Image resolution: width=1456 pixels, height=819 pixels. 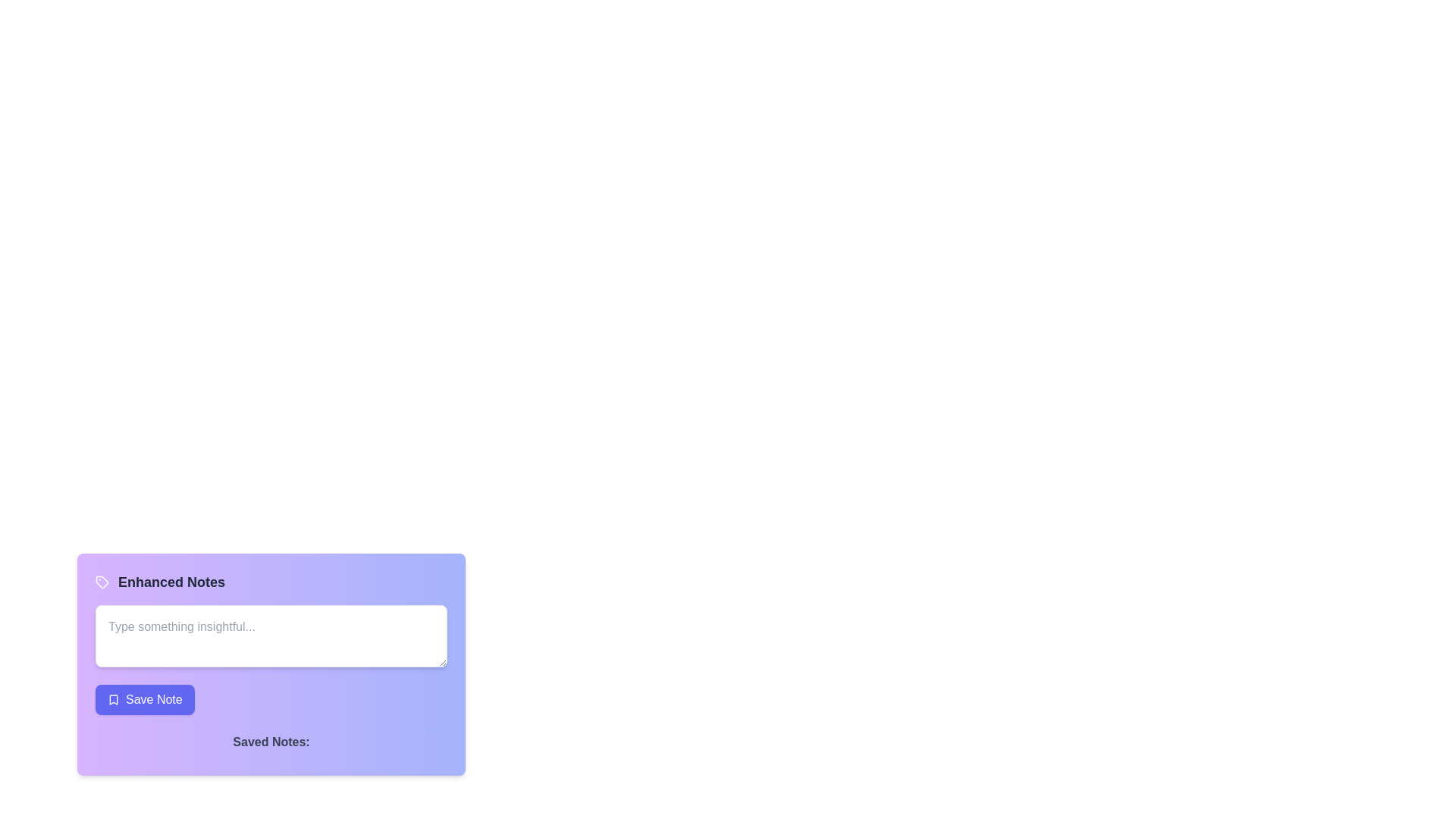 What do you see at coordinates (145, 699) in the screenshot?
I see `the indigo 'Save Note' button with a bookmark icon to change its color` at bounding box center [145, 699].